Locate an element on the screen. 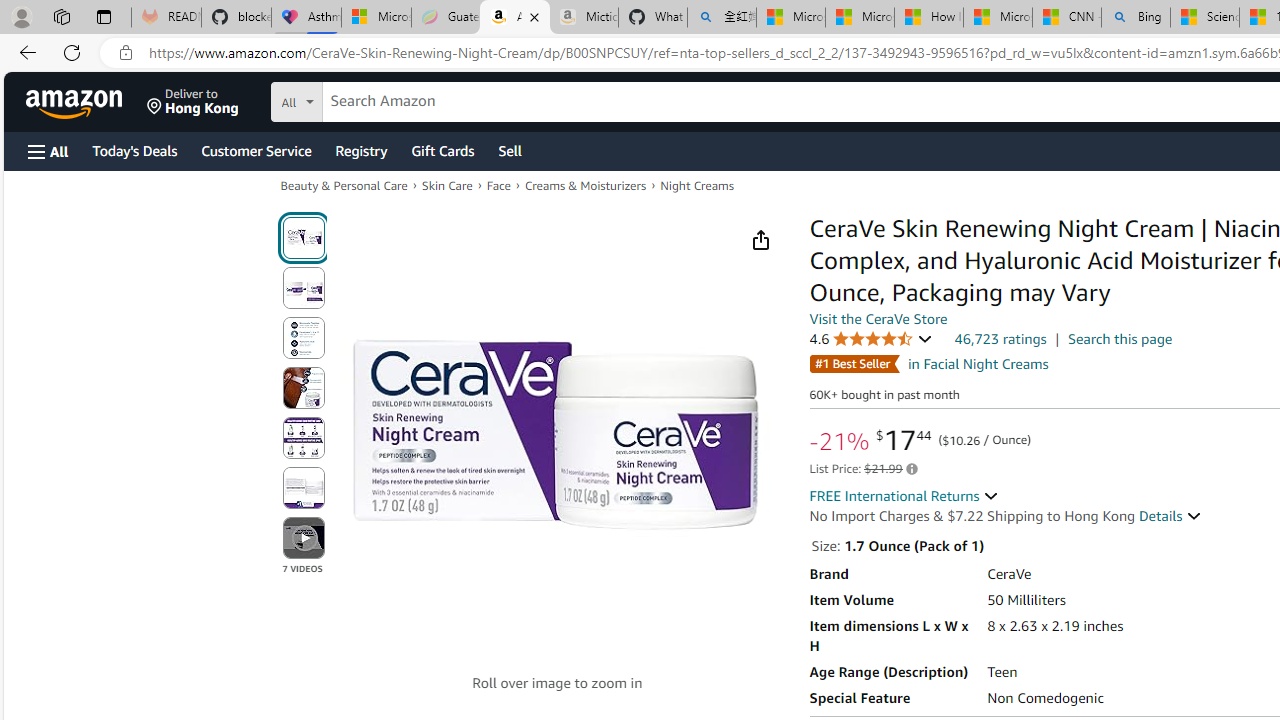  'Workspaces' is located at coordinates (61, 16).